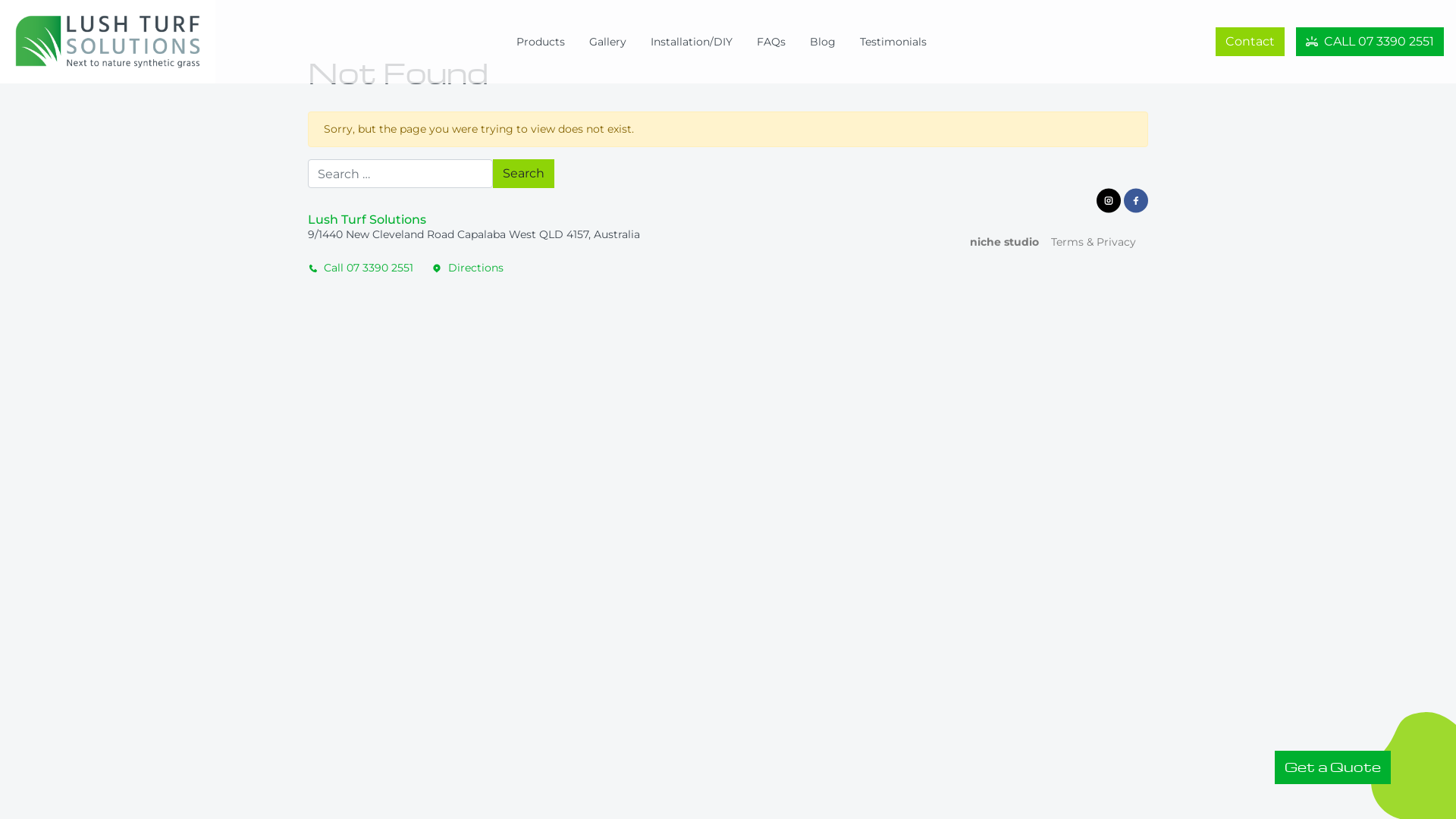  Describe the element at coordinates (1332, 767) in the screenshot. I see `'Get a Quote'` at that location.